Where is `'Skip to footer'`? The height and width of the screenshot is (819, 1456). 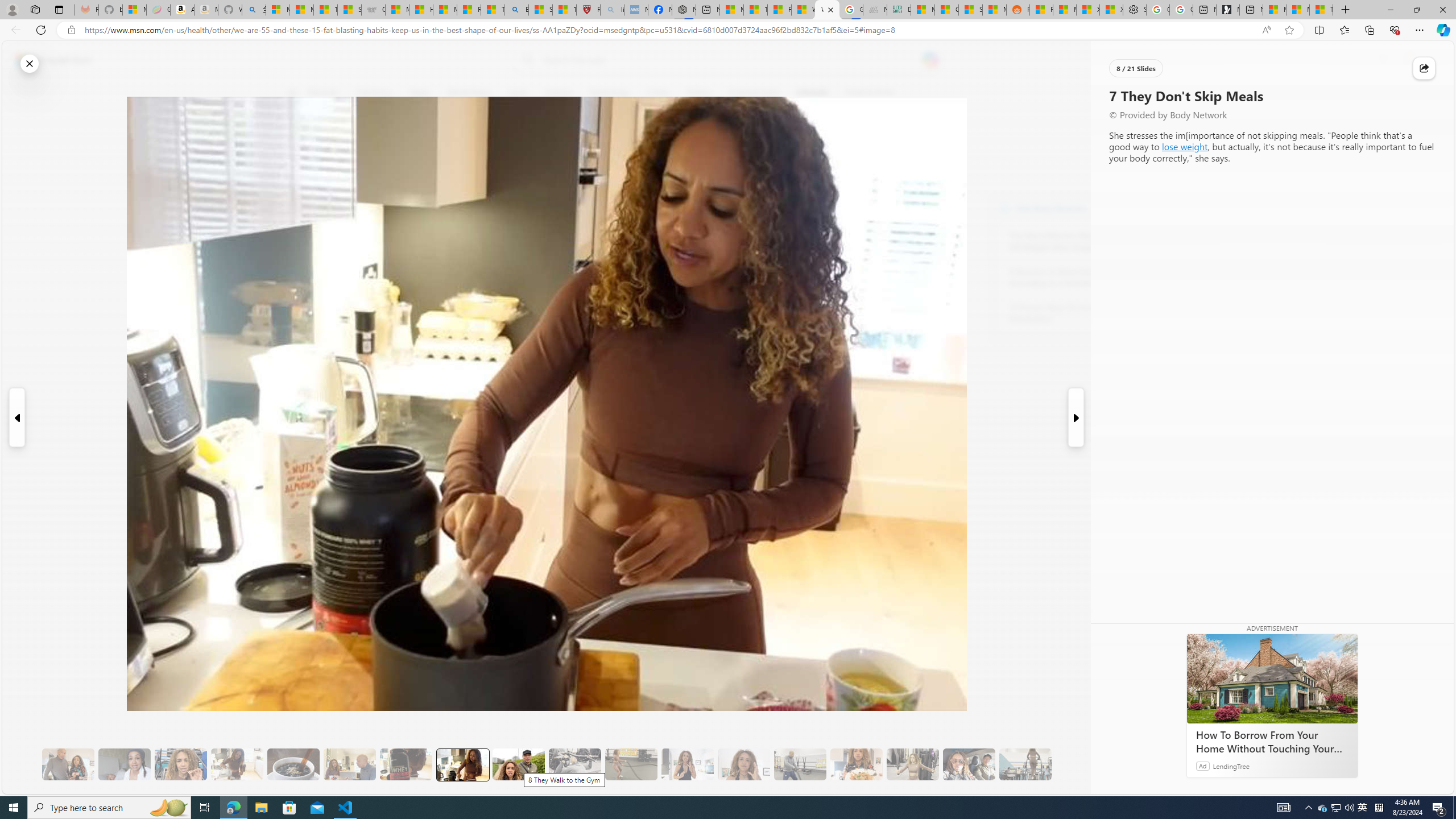
'Skip to footer' is located at coordinates (46, 59).